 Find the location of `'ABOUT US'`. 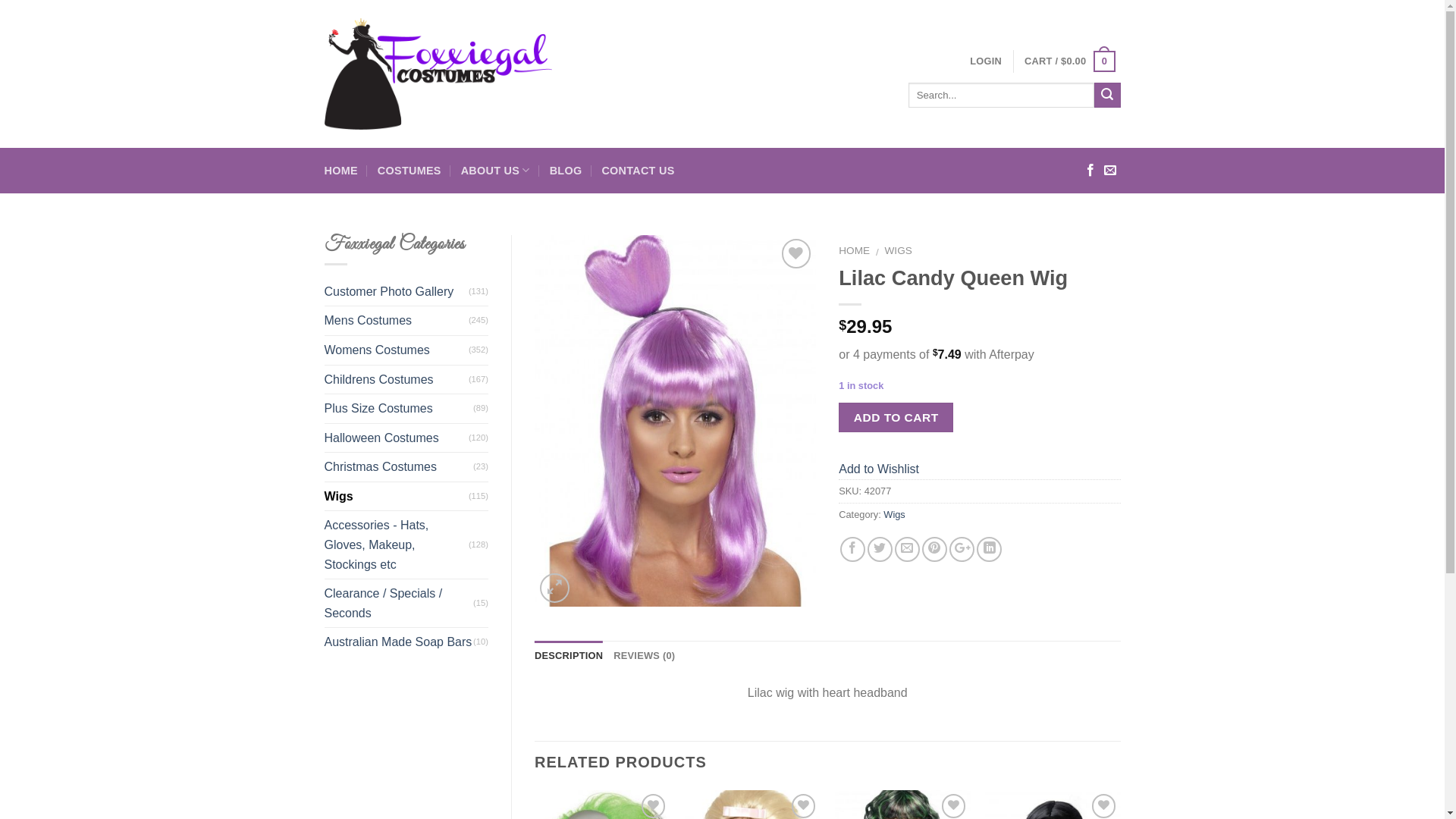

'ABOUT US' is located at coordinates (460, 170).